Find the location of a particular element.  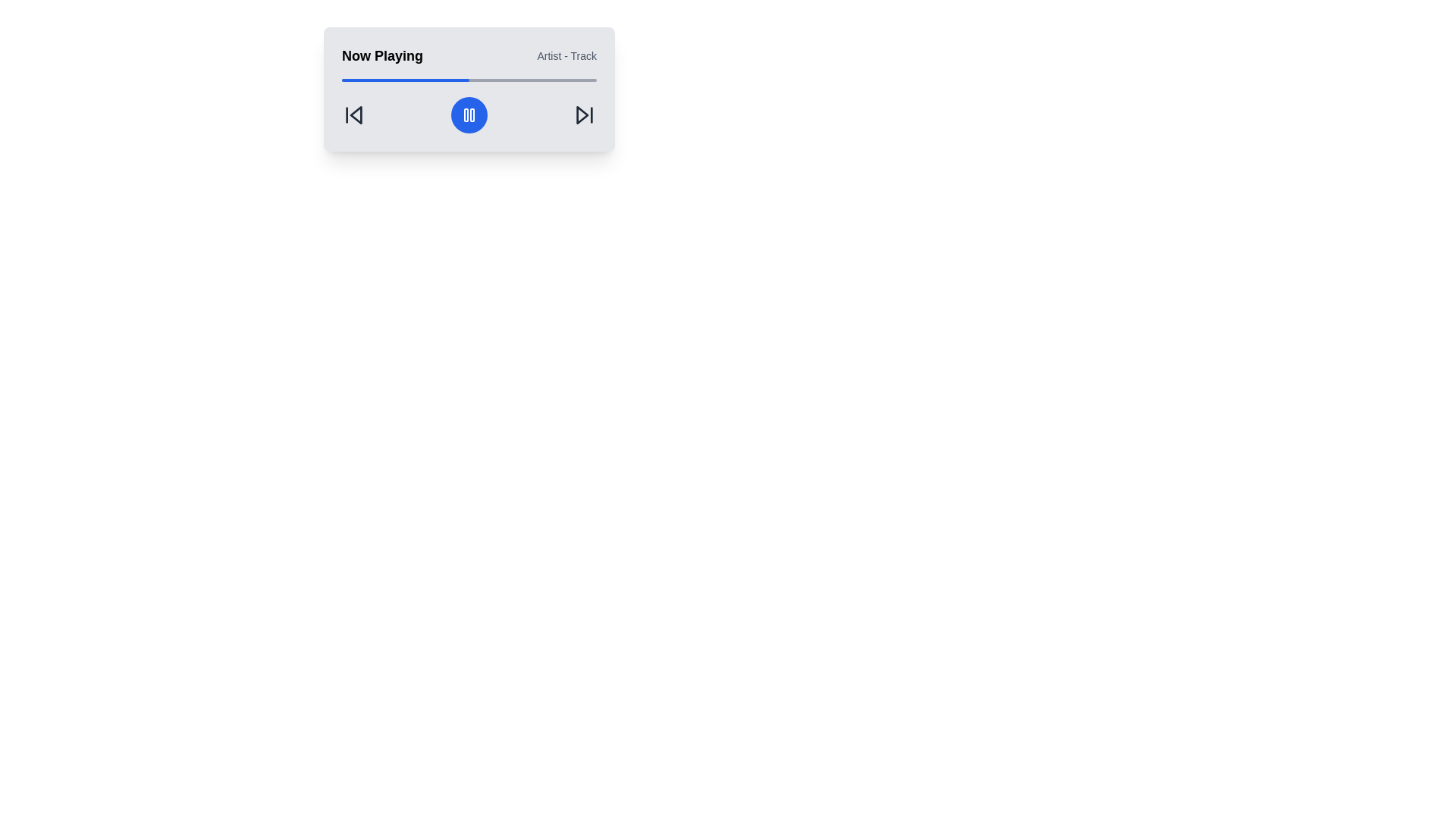

the playback toggle button is located at coordinates (469, 114).